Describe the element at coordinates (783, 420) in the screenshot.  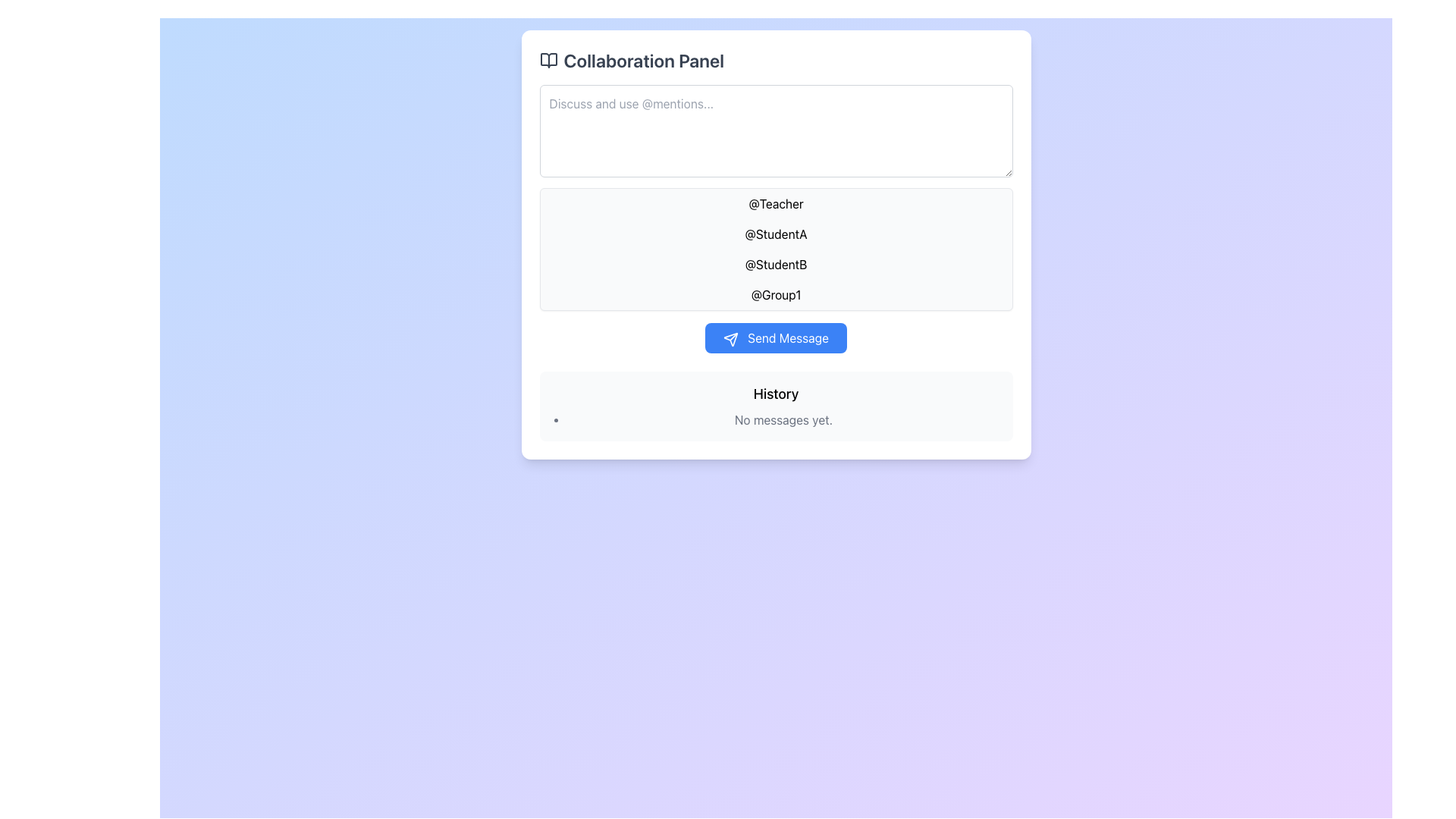
I see `message displayed in the text label that says 'No messages yet.' located within the bullet-pointed list under the 'History' section` at that location.